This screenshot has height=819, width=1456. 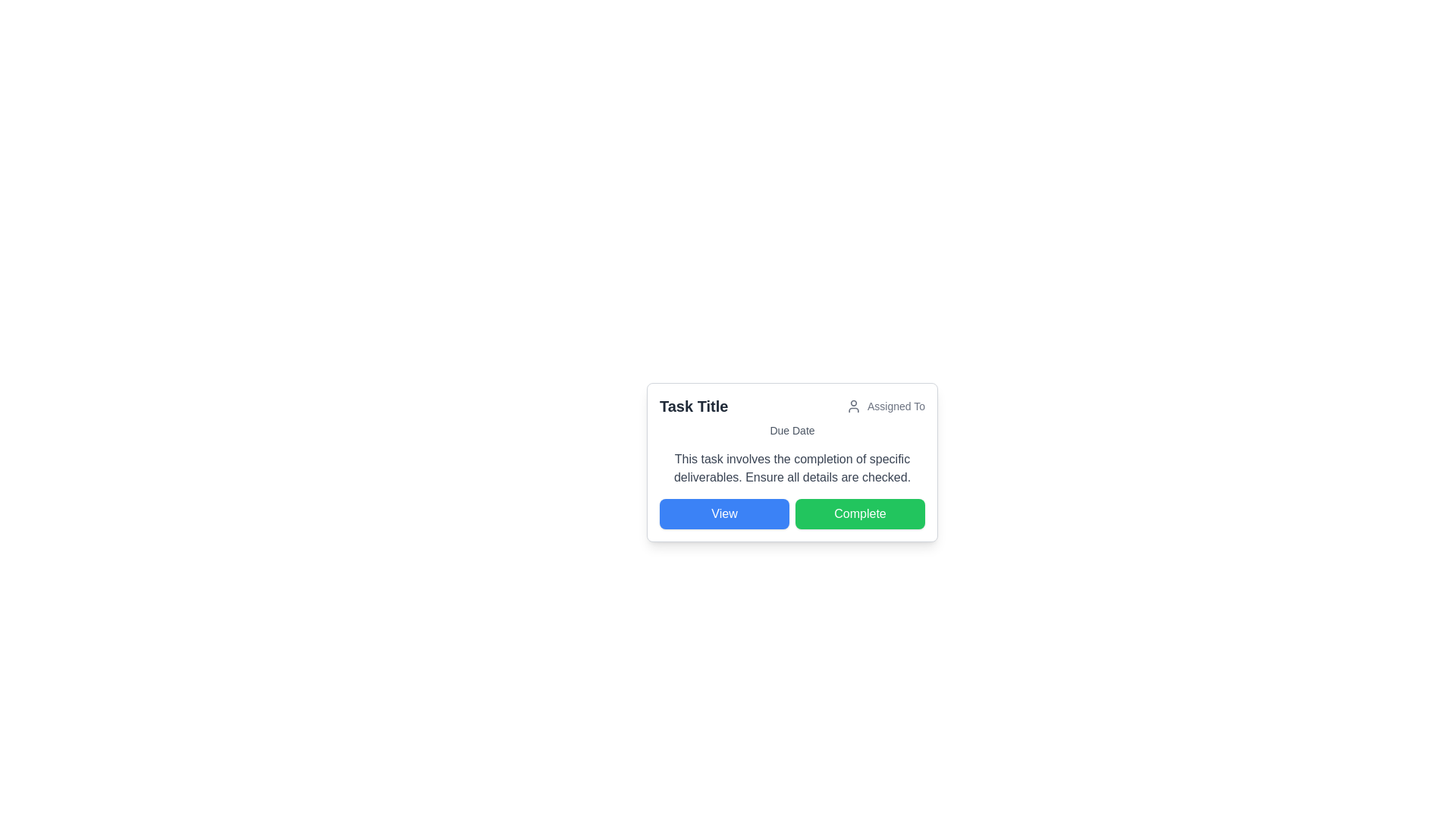 What do you see at coordinates (860, 513) in the screenshot?
I see `the right-hand button in the grid layout` at bounding box center [860, 513].